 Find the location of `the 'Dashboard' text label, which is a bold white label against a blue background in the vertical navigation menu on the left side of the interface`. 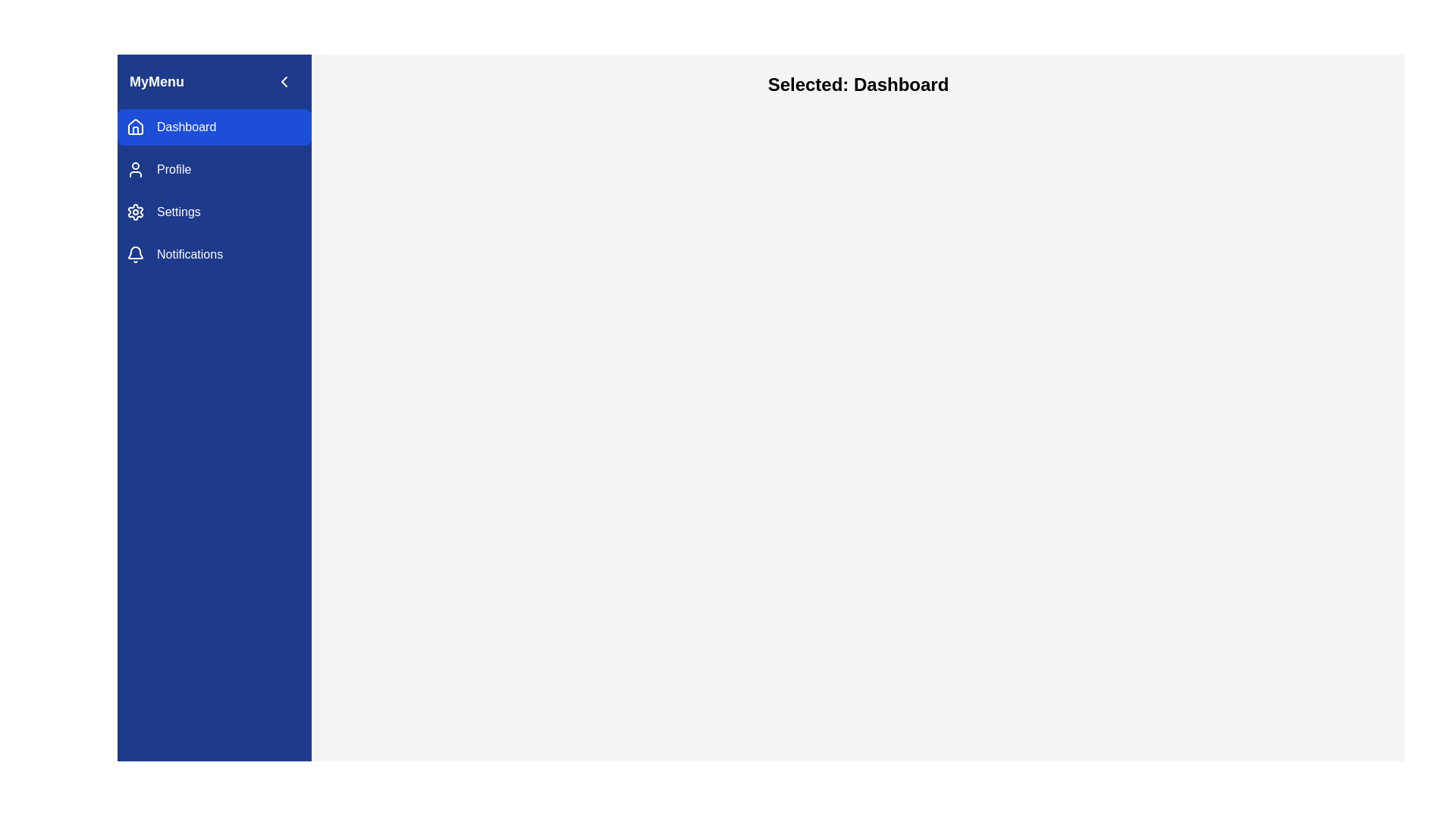

the 'Dashboard' text label, which is a bold white label against a blue background in the vertical navigation menu on the left side of the interface is located at coordinates (186, 127).